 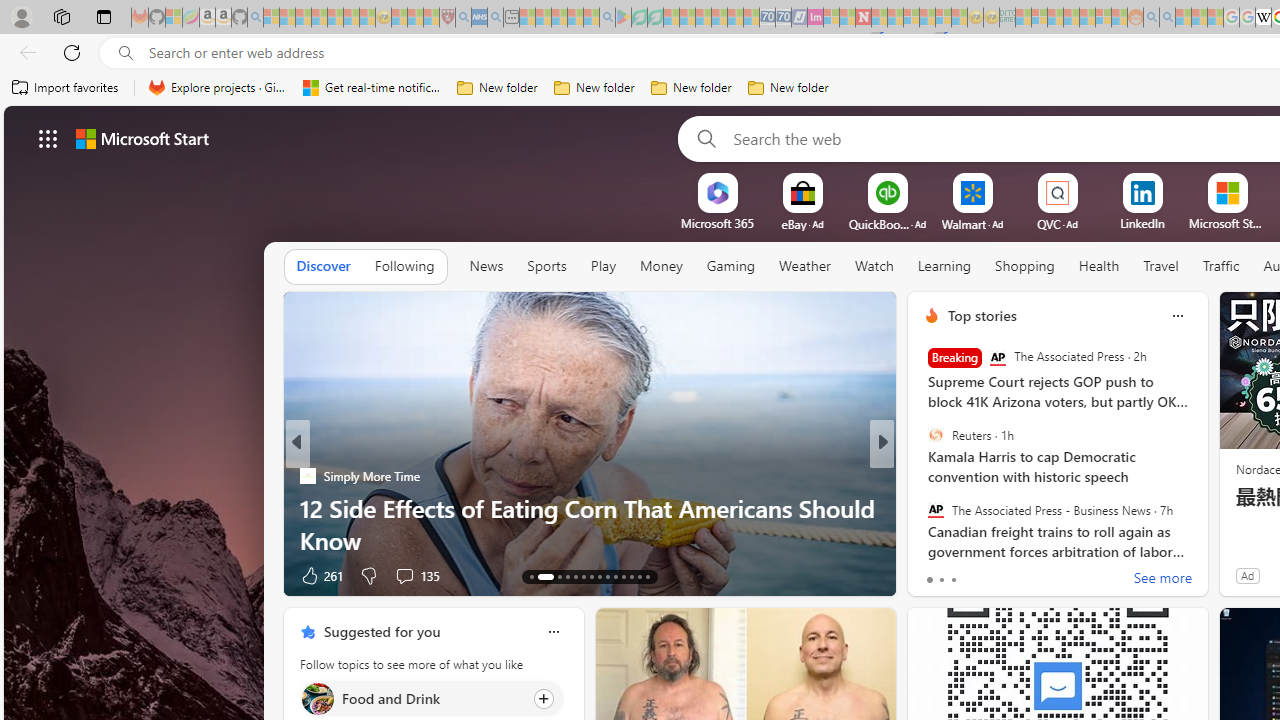 What do you see at coordinates (766, 17) in the screenshot?
I see `'Cheap Car Rentals - Save70.com - Sleeping'` at bounding box center [766, 17].